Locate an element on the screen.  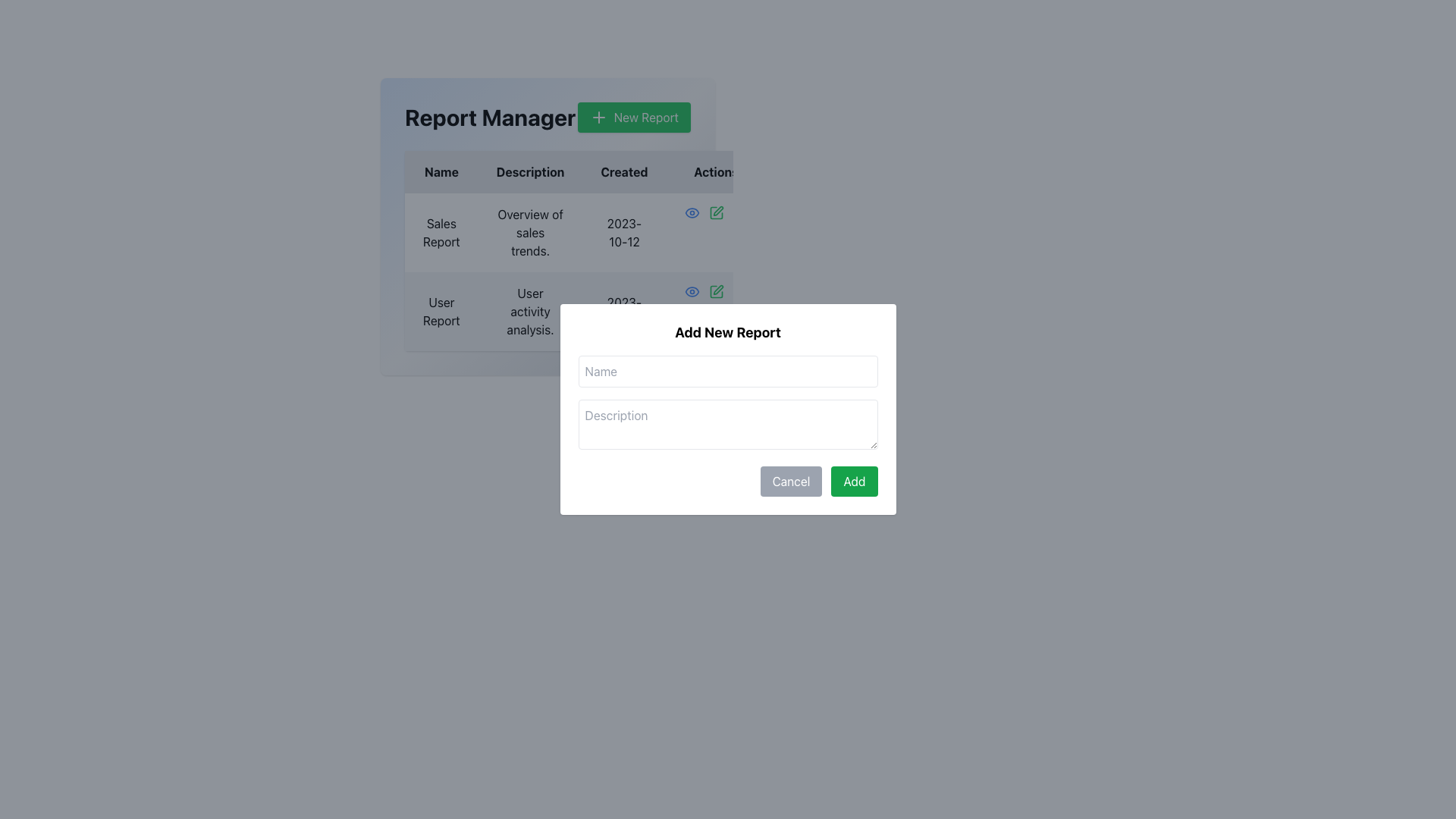
the green pen icon button located at the rightmost side of the 'Actions' column in the 'Report Manager' table is located at coordinates (715, 213).